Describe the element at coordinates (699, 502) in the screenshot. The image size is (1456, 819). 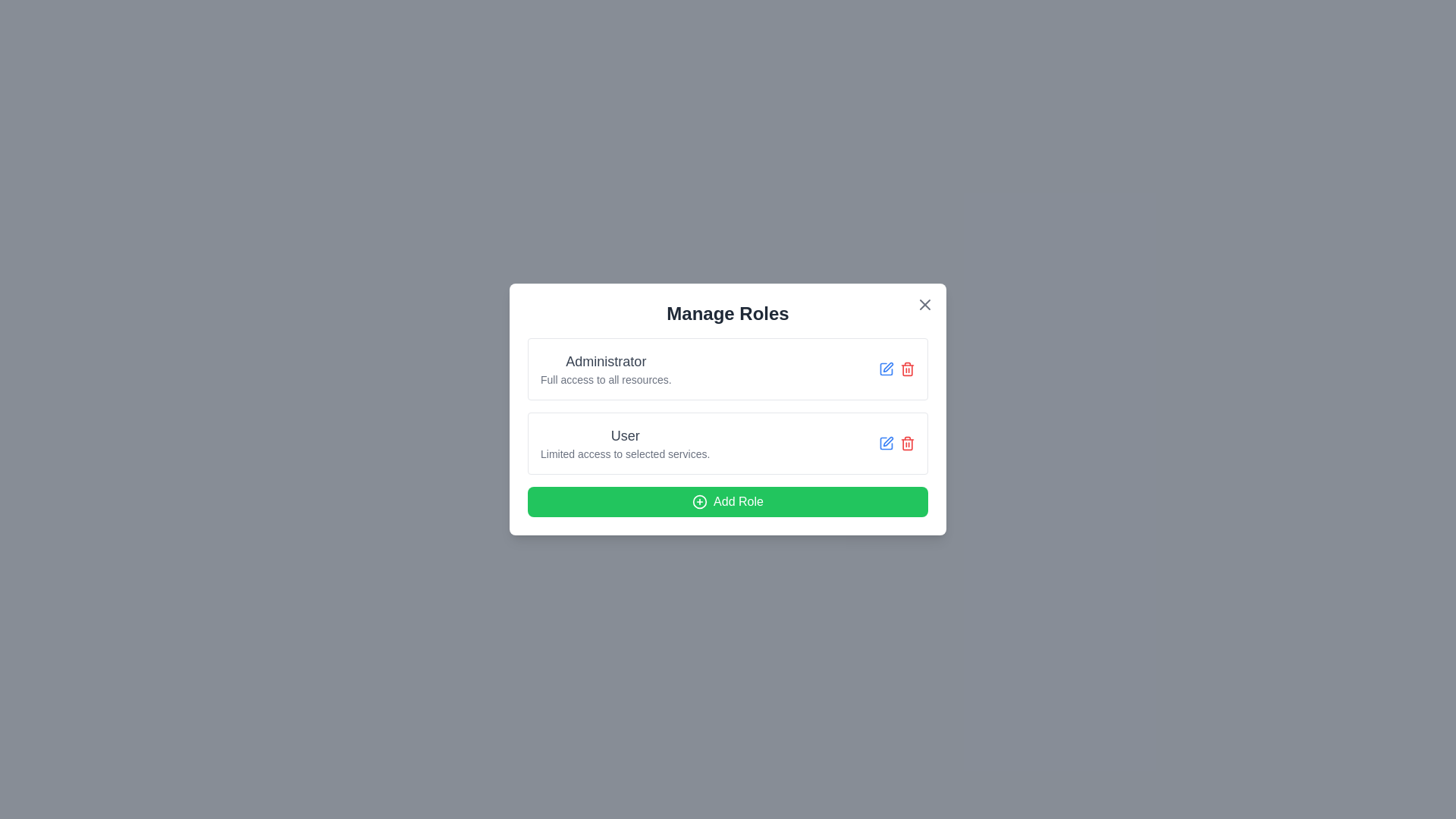
I see `the addition icon located at the center of the green 'Add Role' button in the modal dialog` at that location.